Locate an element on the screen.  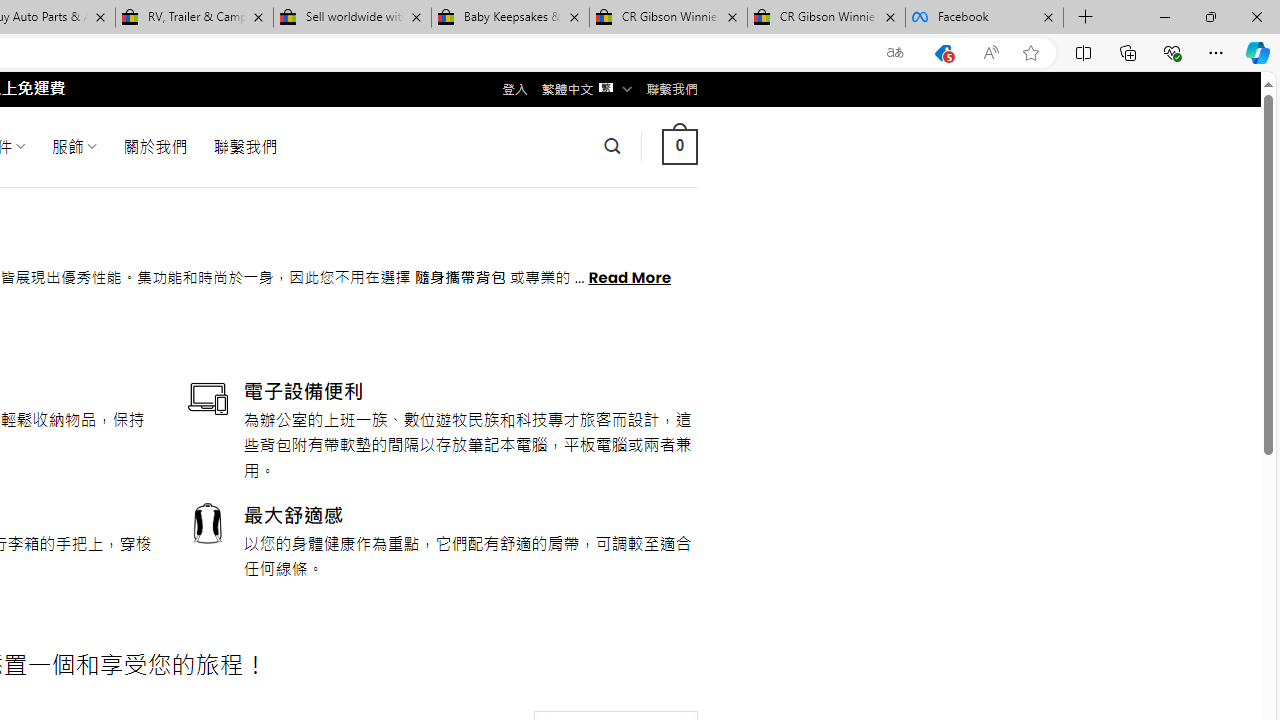
' 0 ' is located at coordinates (679, 145).